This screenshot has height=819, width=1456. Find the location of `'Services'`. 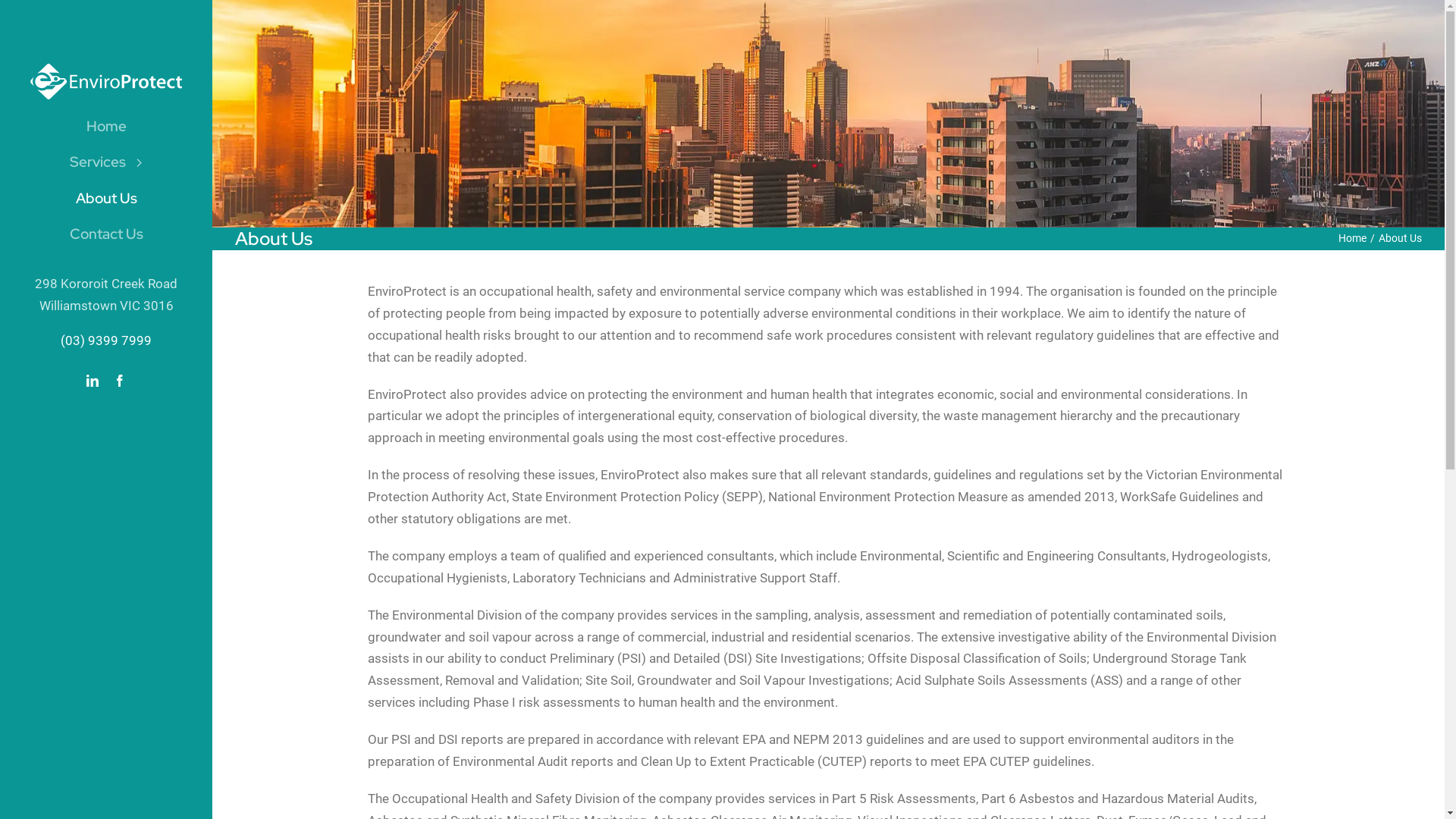

'Services' is located at coordinates (105, 162).